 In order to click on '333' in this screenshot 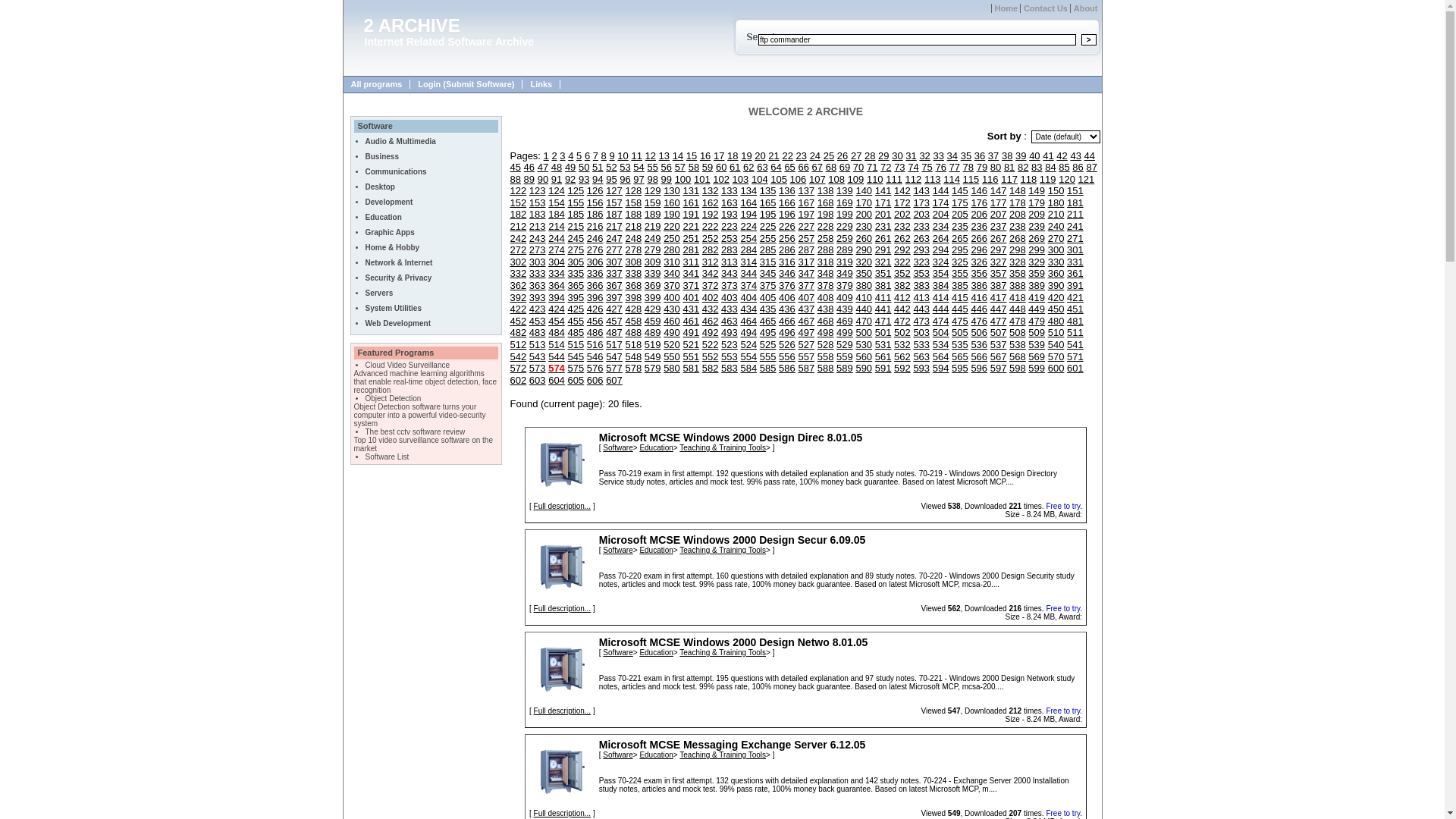, I will do `click(538, 273)`.